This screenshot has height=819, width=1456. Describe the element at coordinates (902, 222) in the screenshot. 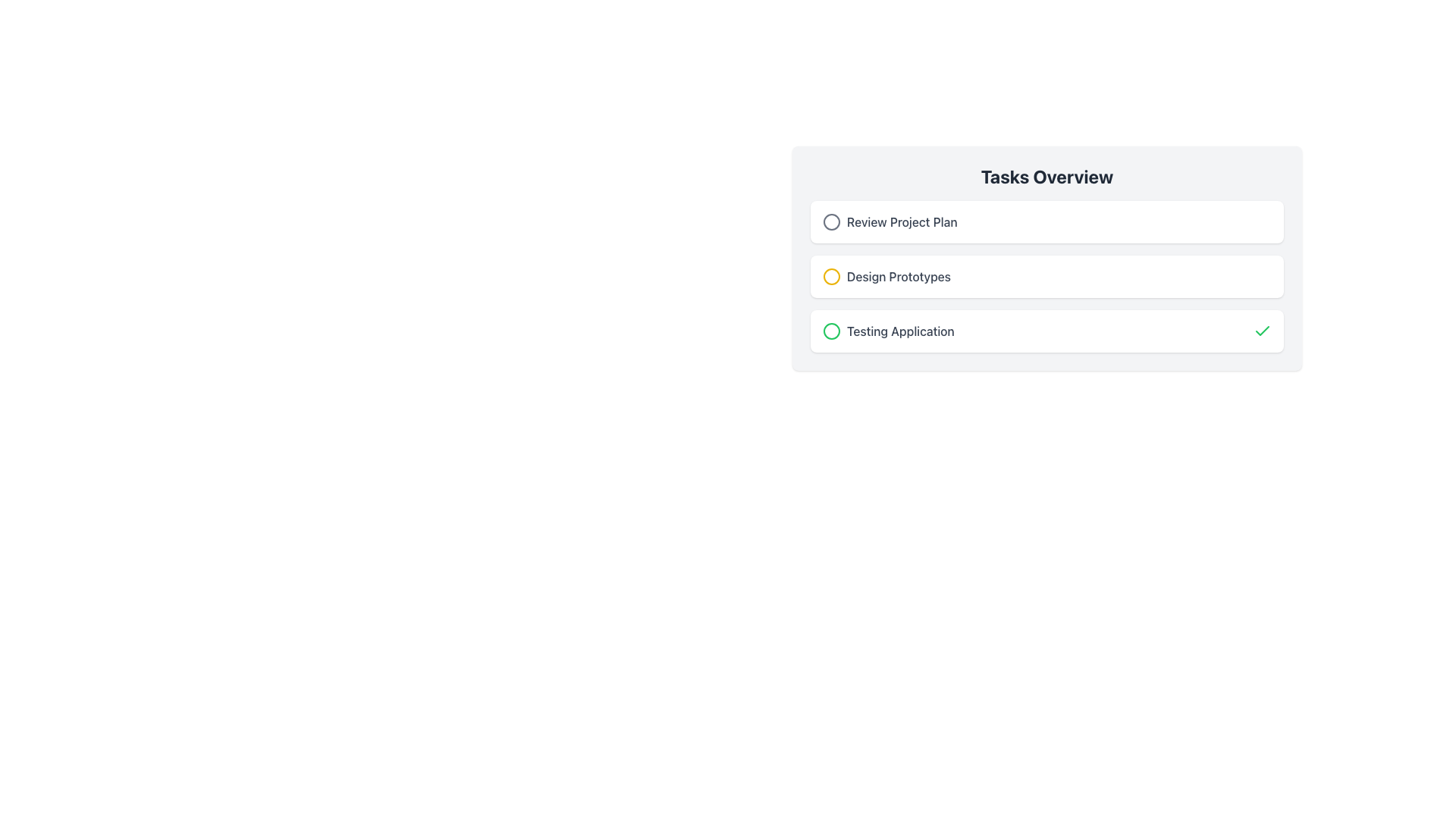

I see `the static text label reading 'Review Project Plan', which is styled in gray and positioned to the right of a circular icon in the first task section of the vertical task list` at that location.